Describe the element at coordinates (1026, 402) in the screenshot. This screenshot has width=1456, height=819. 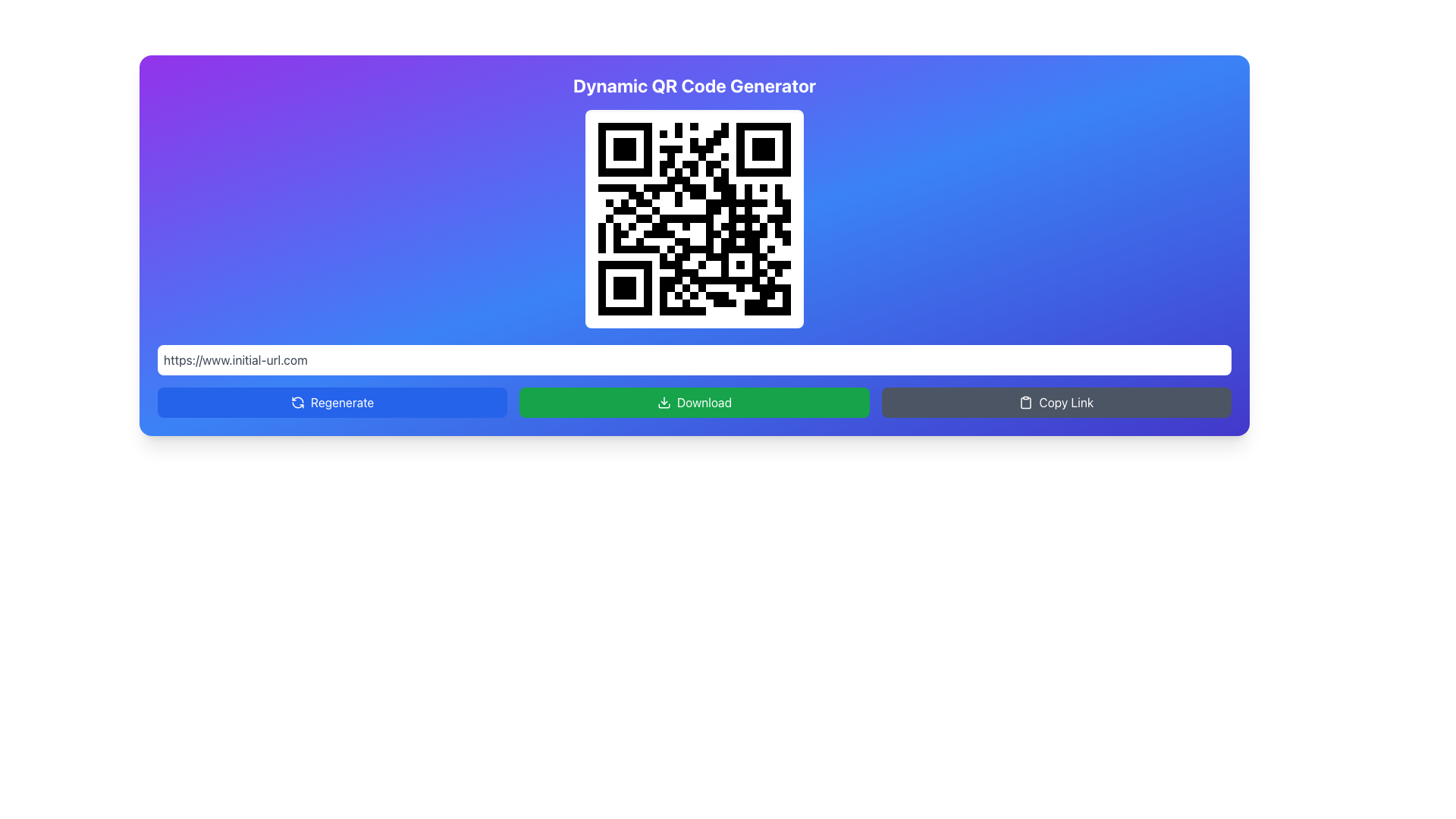
I see `the clipboard icon located inside the 'Copy Link' button, positioned to the left of the 'Copy Link' text` at that location.